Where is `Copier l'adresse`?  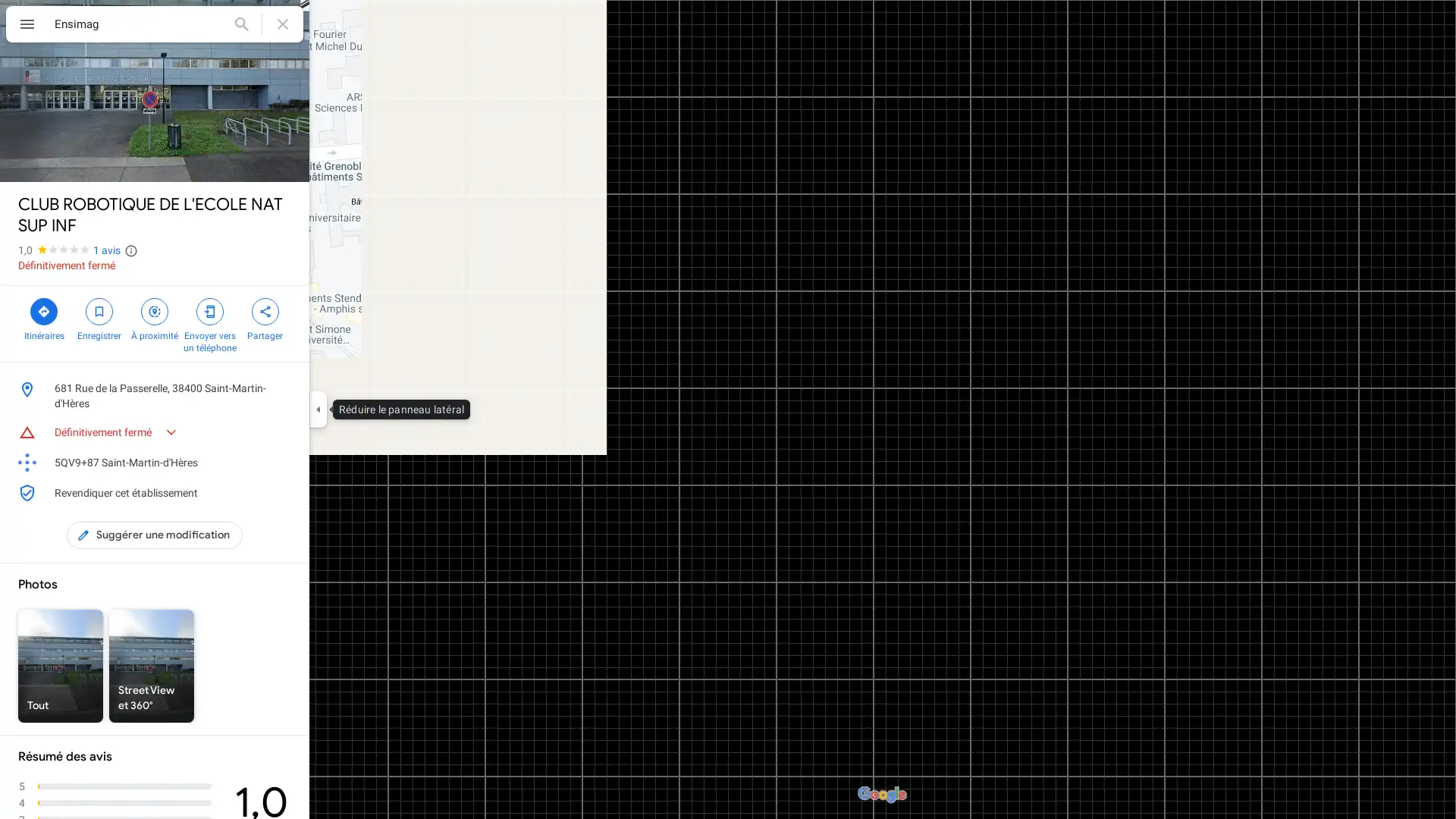
Copier l'adresse is located at coordinates (284, 388).